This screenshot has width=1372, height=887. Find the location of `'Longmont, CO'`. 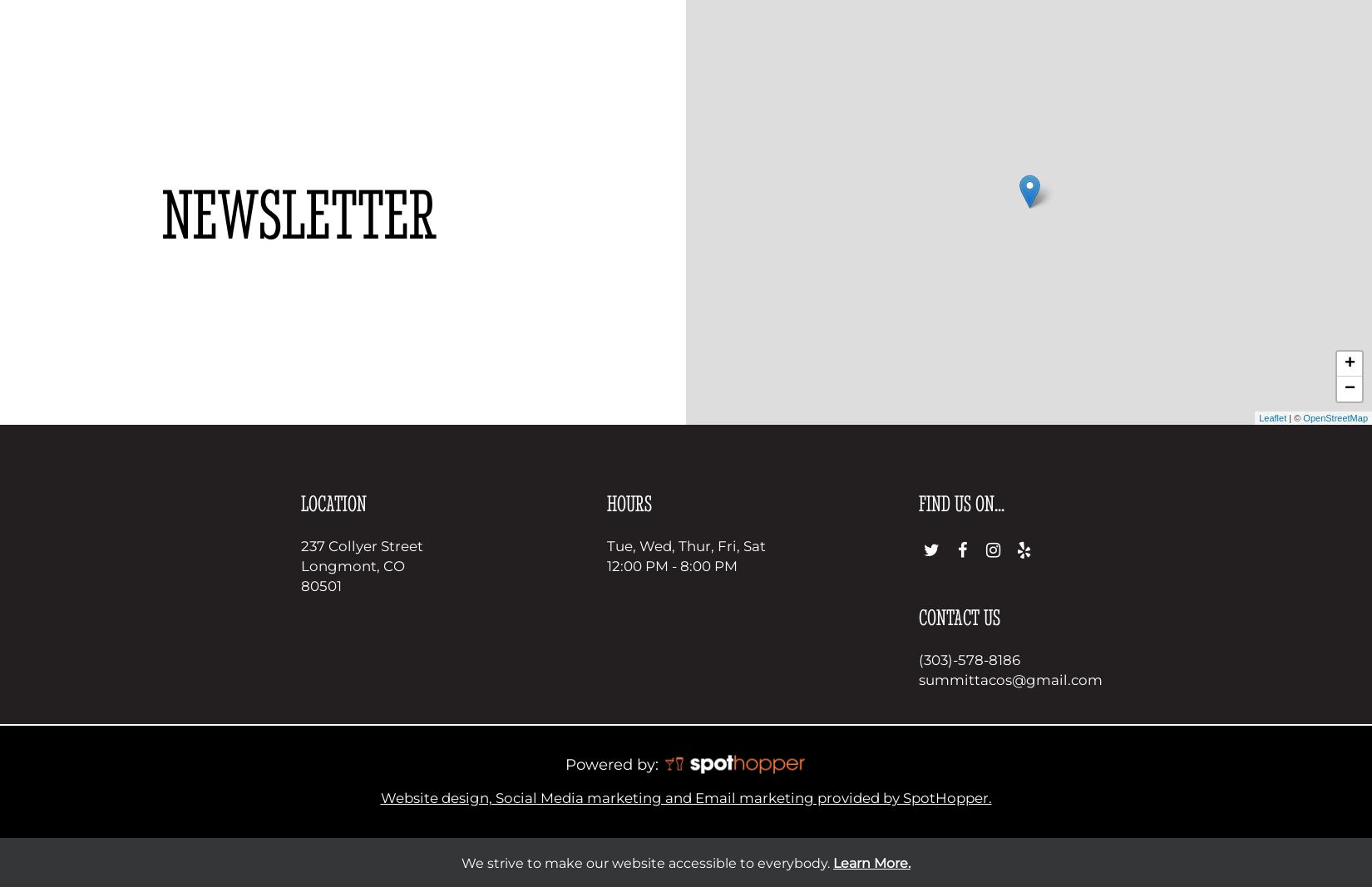

'Longmont, CO' is located at coordinates (351, 564).